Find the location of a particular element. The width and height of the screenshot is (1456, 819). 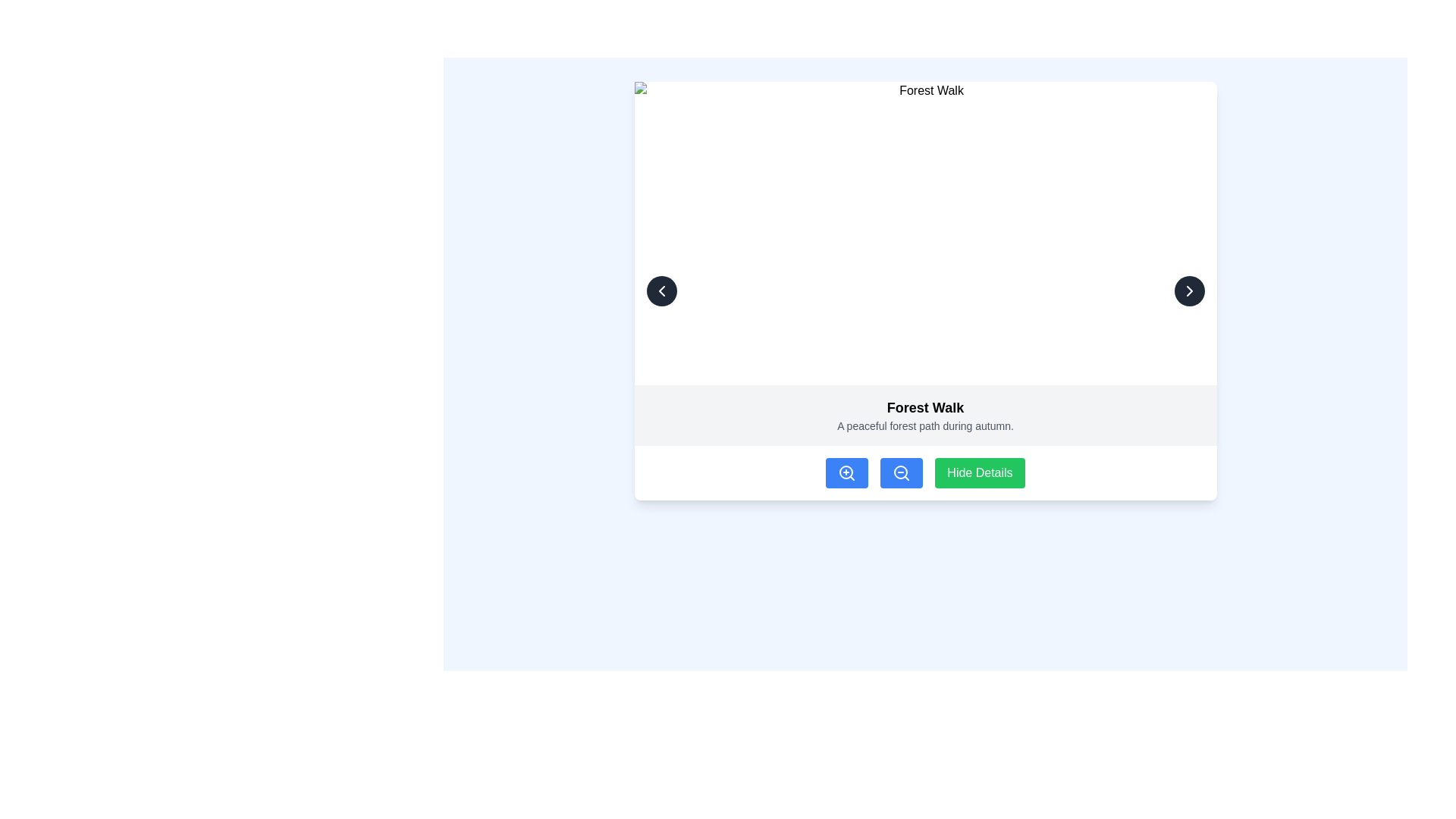

the last button in the horizontal arrangement located below the content section is located at coordinates (980, 472).